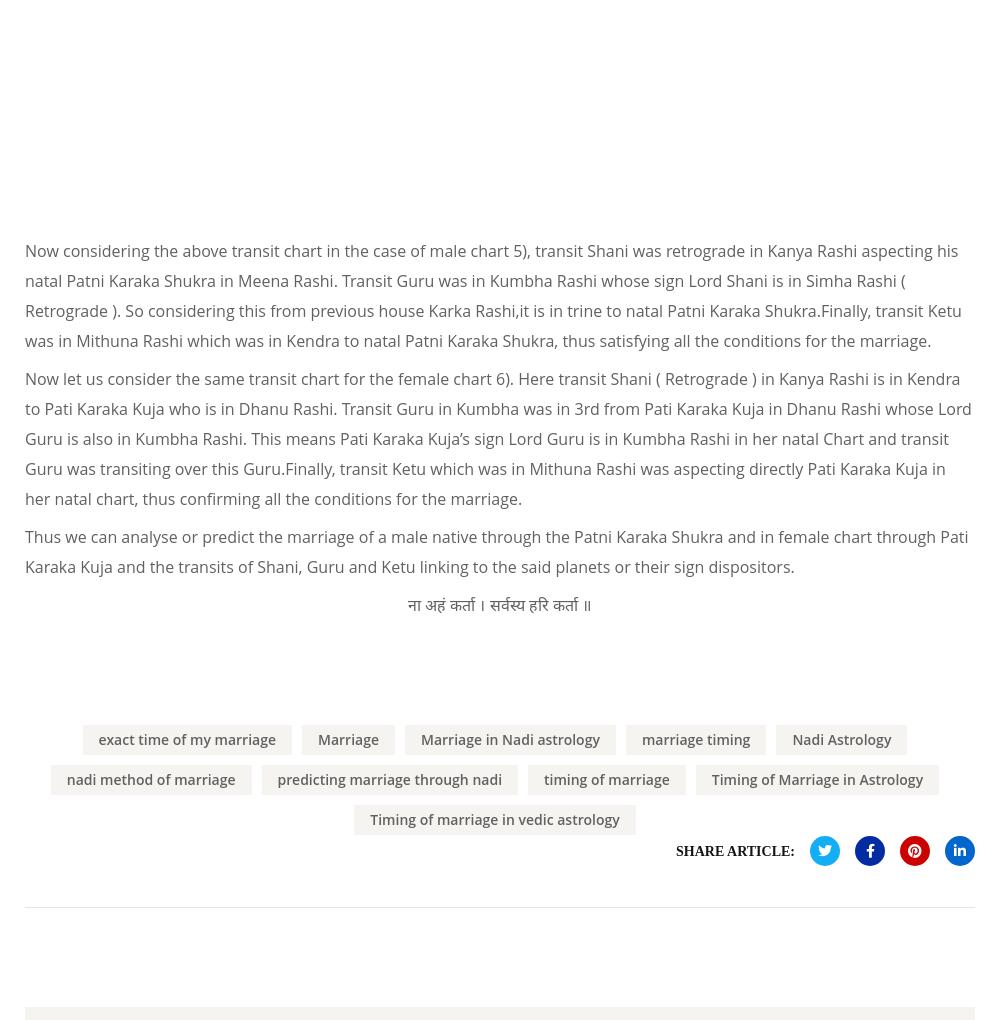 Image resolution: width=1000 pixels, height=1020 pixels. What do you see at coordinates (347, 738) in the screenshot?
I see `'Marriage'` at bounding box center [347, 738].